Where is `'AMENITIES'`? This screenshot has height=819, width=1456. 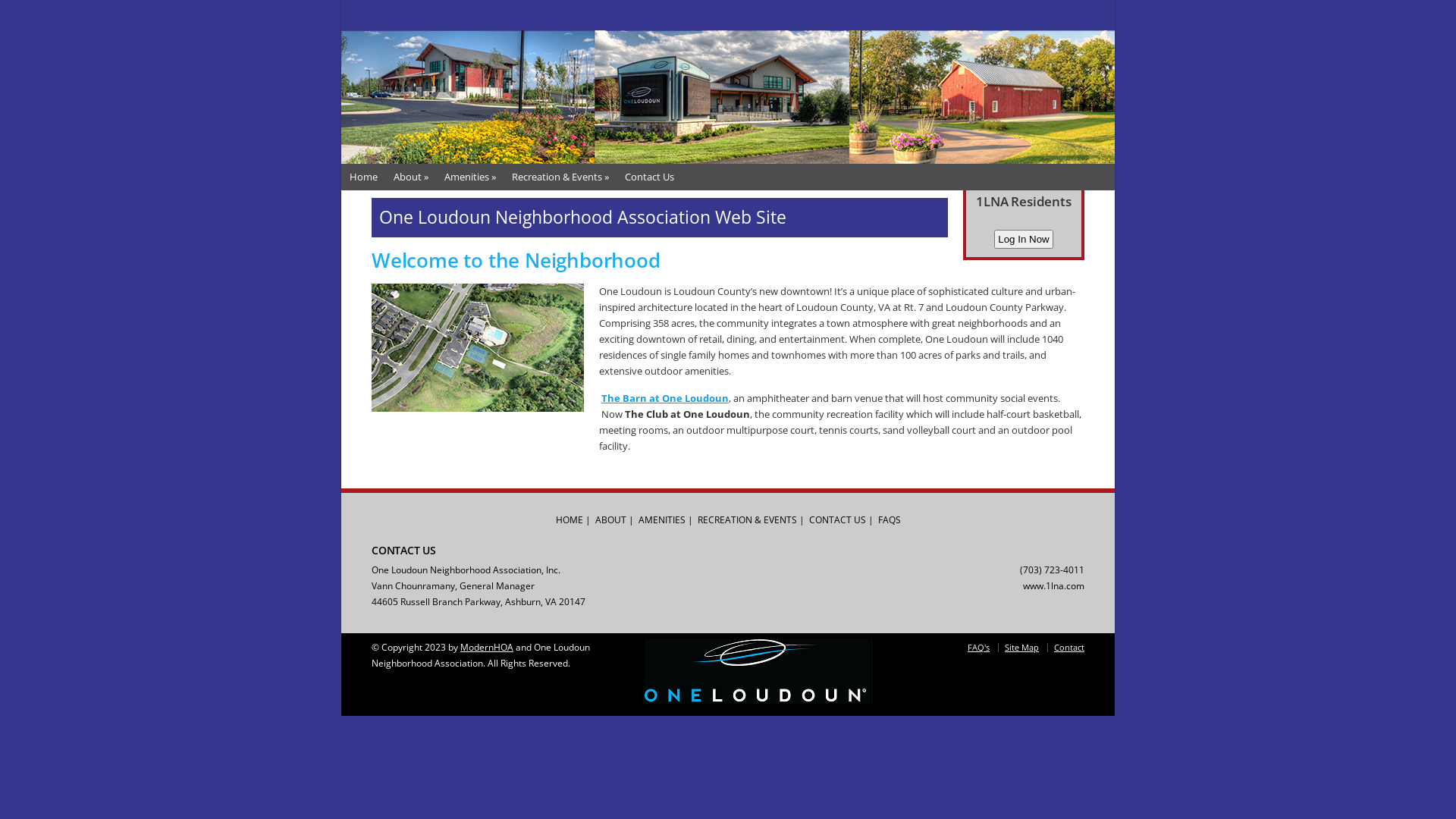 'AMENITIES' is located at coordinates (638, 519).